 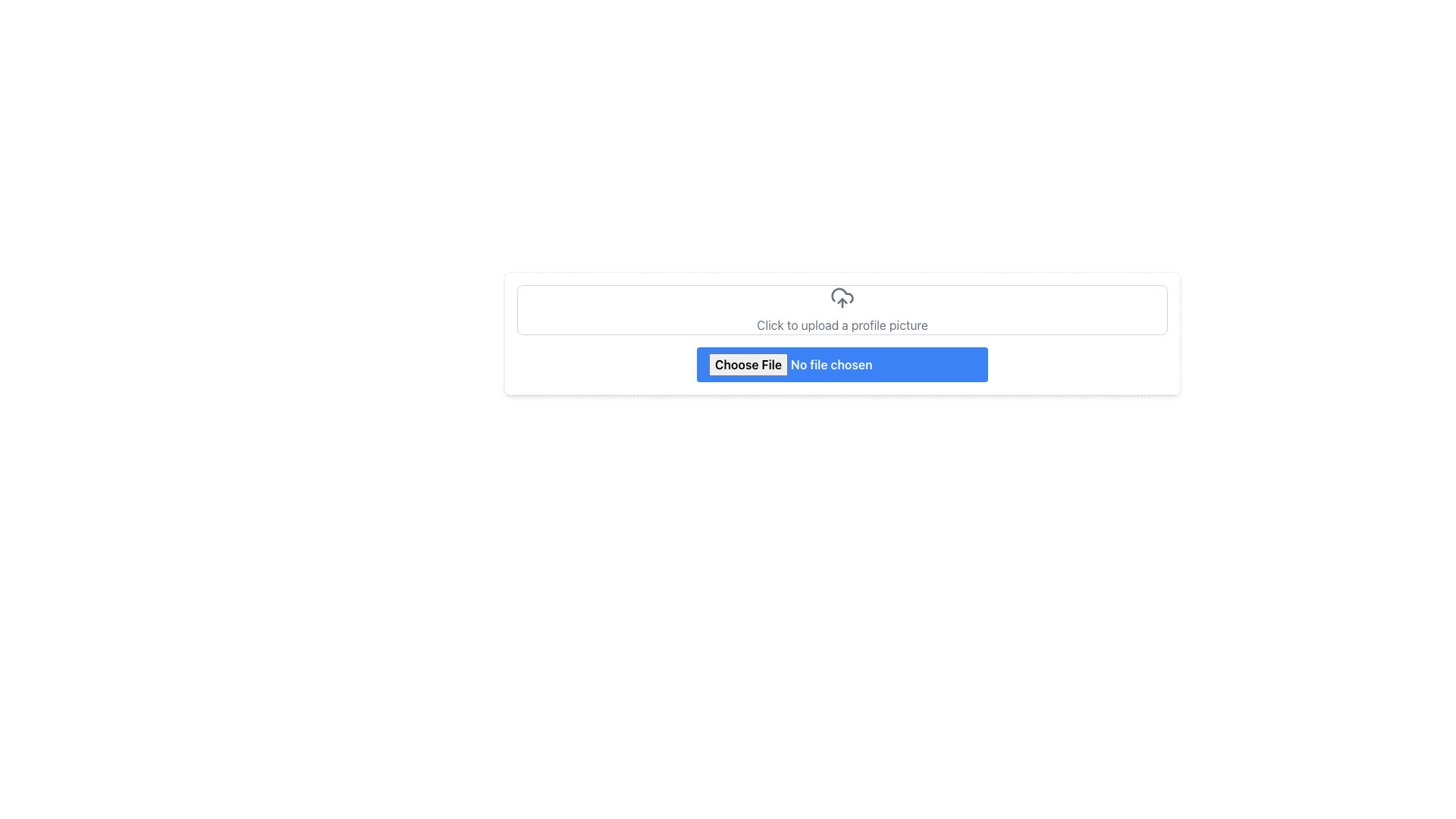 I want to click on the upload icon styled as a cloud with an upward arrow, which is positioned centrally above the 'Click to upload a profile picture' text, so click(x=841, y=298).